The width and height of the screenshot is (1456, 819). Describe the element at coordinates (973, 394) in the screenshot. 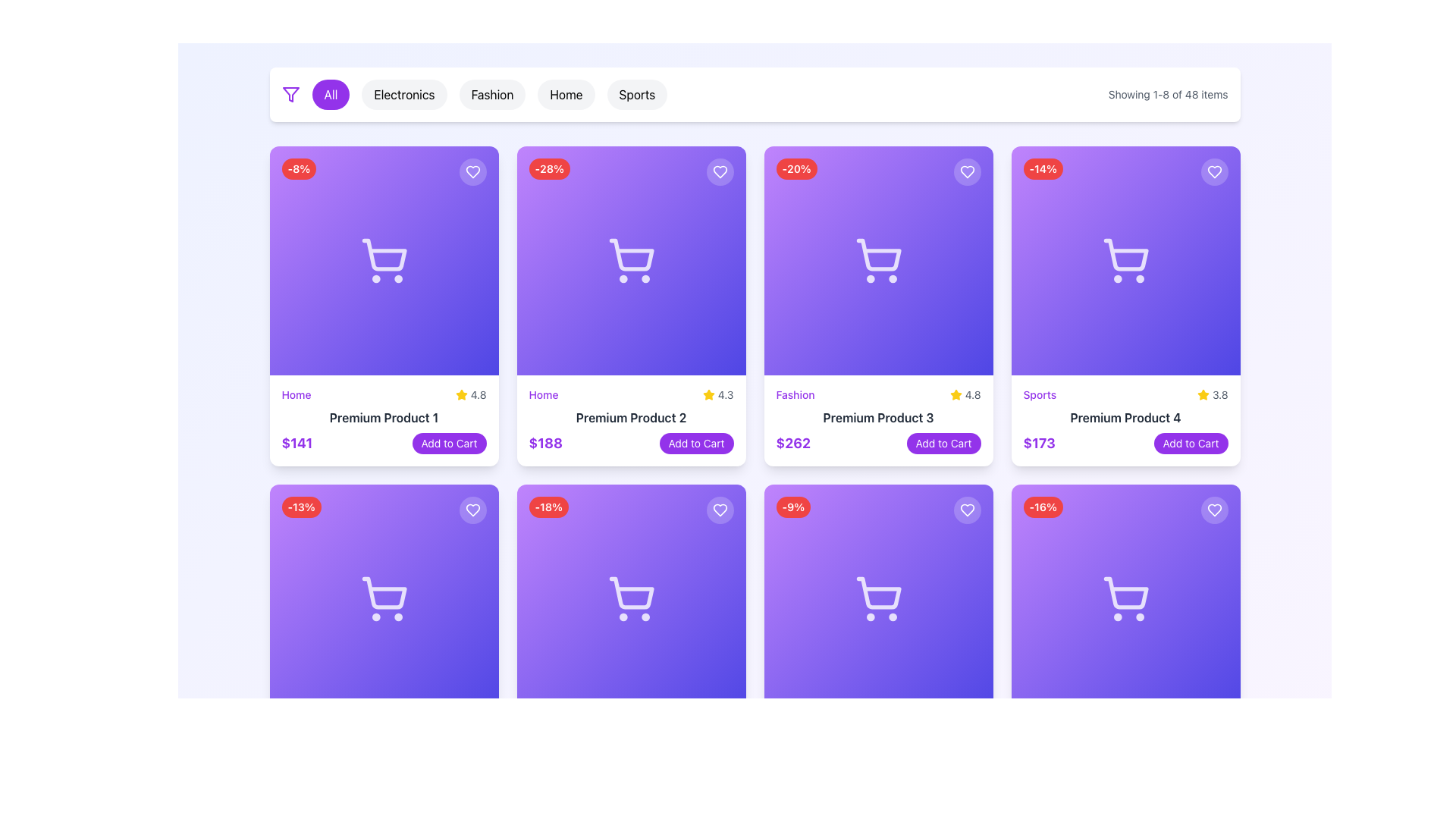

I see `the rating value displayed as '4.8' next to the yellow star icon in the 'Premium Product 3' card interface` at that location.